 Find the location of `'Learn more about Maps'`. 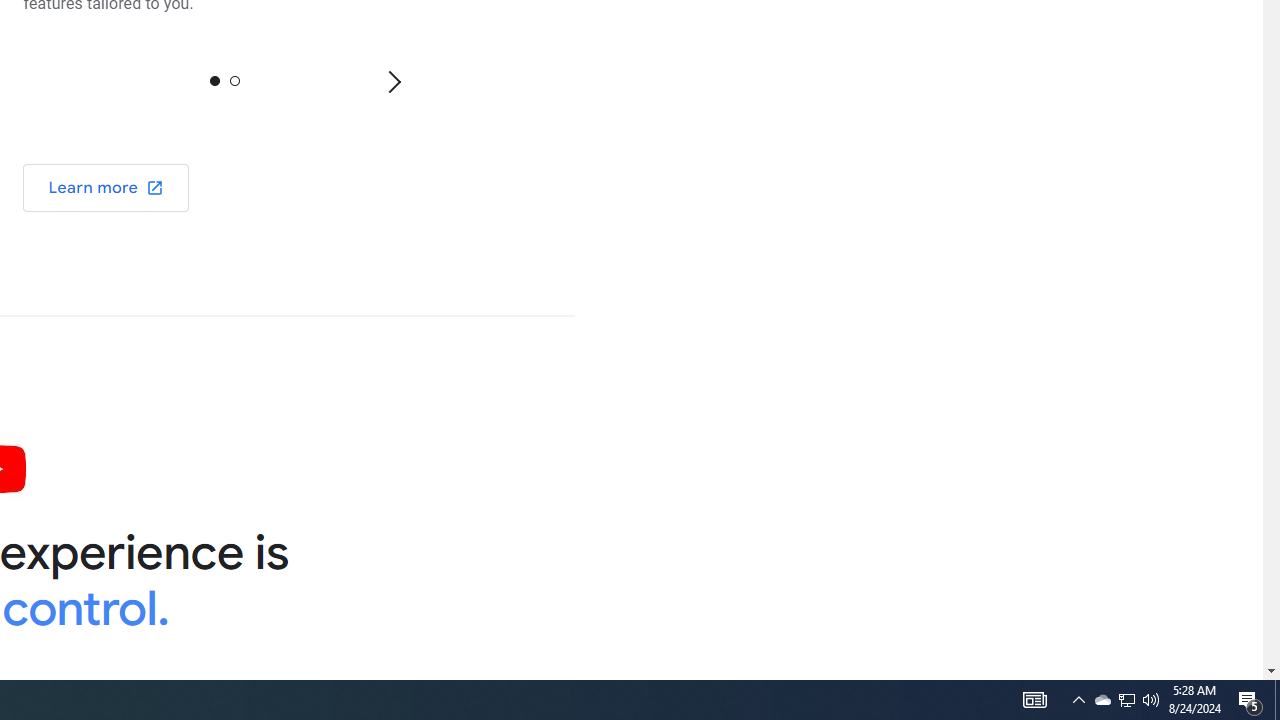

'Learn more about Maps' is located at coordinates (105, 187).